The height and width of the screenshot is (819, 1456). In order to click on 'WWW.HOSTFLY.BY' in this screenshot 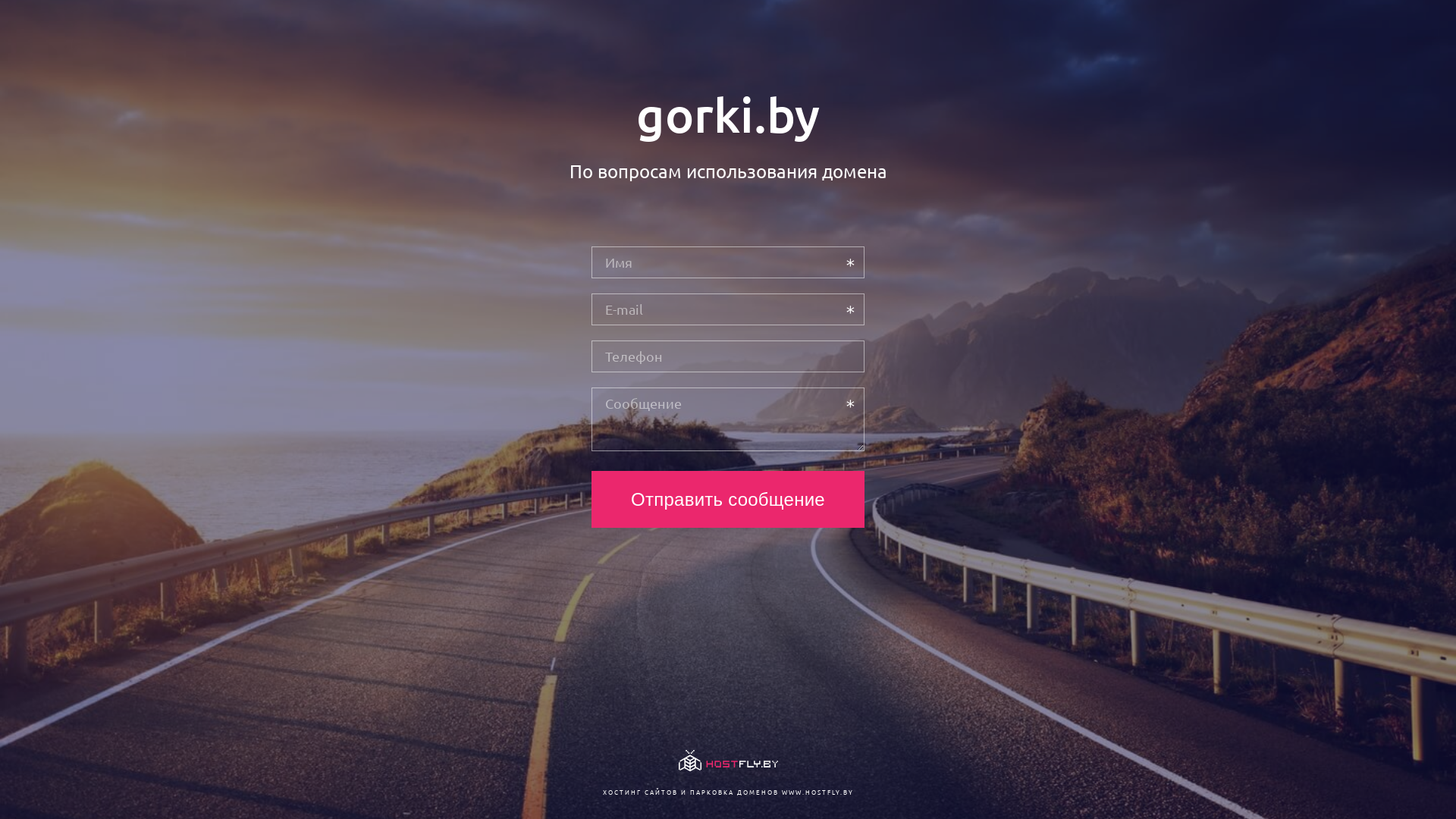, I will do `click(816, 791)`.